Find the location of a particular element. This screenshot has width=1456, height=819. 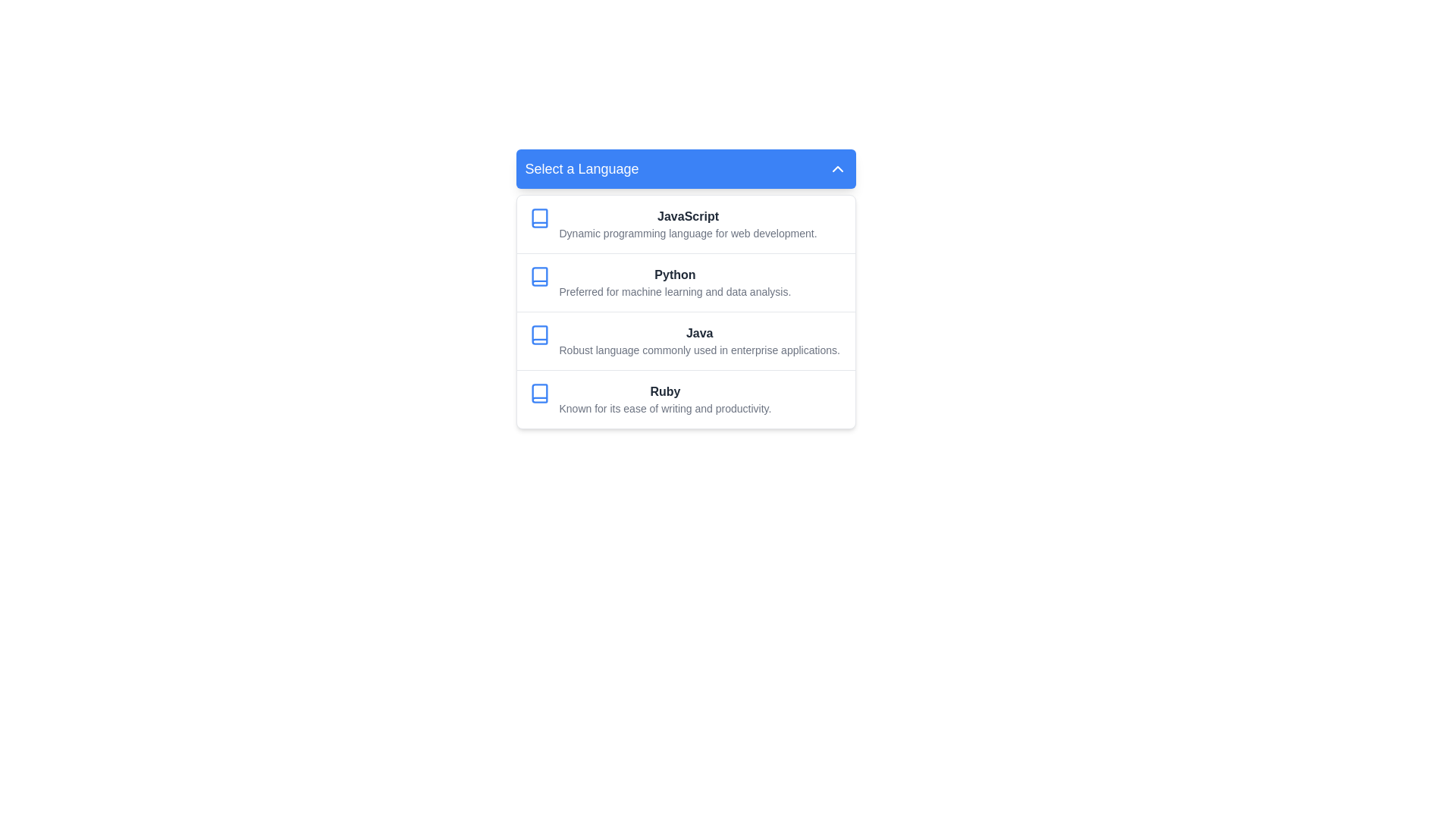

the book icon with a blue outline located in the fourth row under the 'Ruby' title is located at coordinates (539, 393).